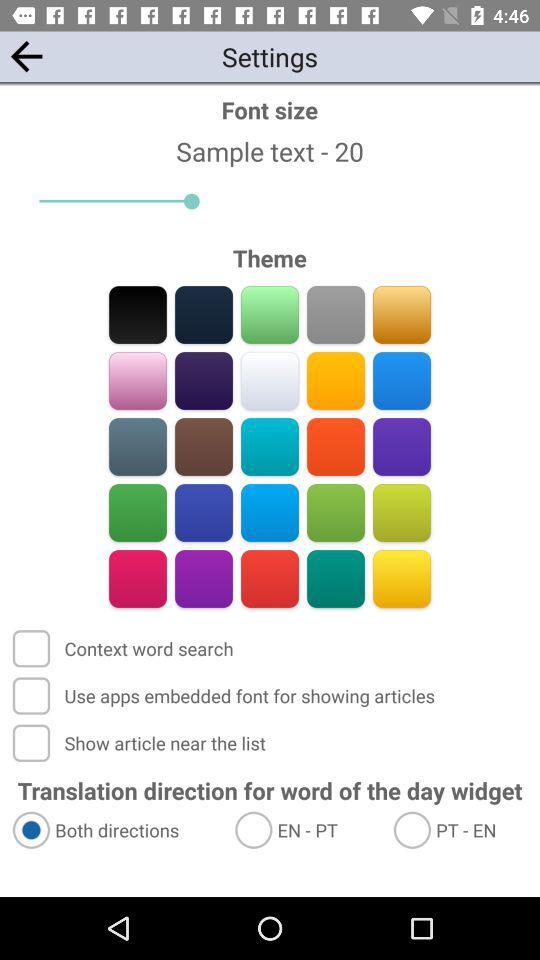 This screenshot has height=960, width=540. What do you see at coordinates (203, 380) in the screenshot?
I see `change theme option` at bounding box center [203, 380].